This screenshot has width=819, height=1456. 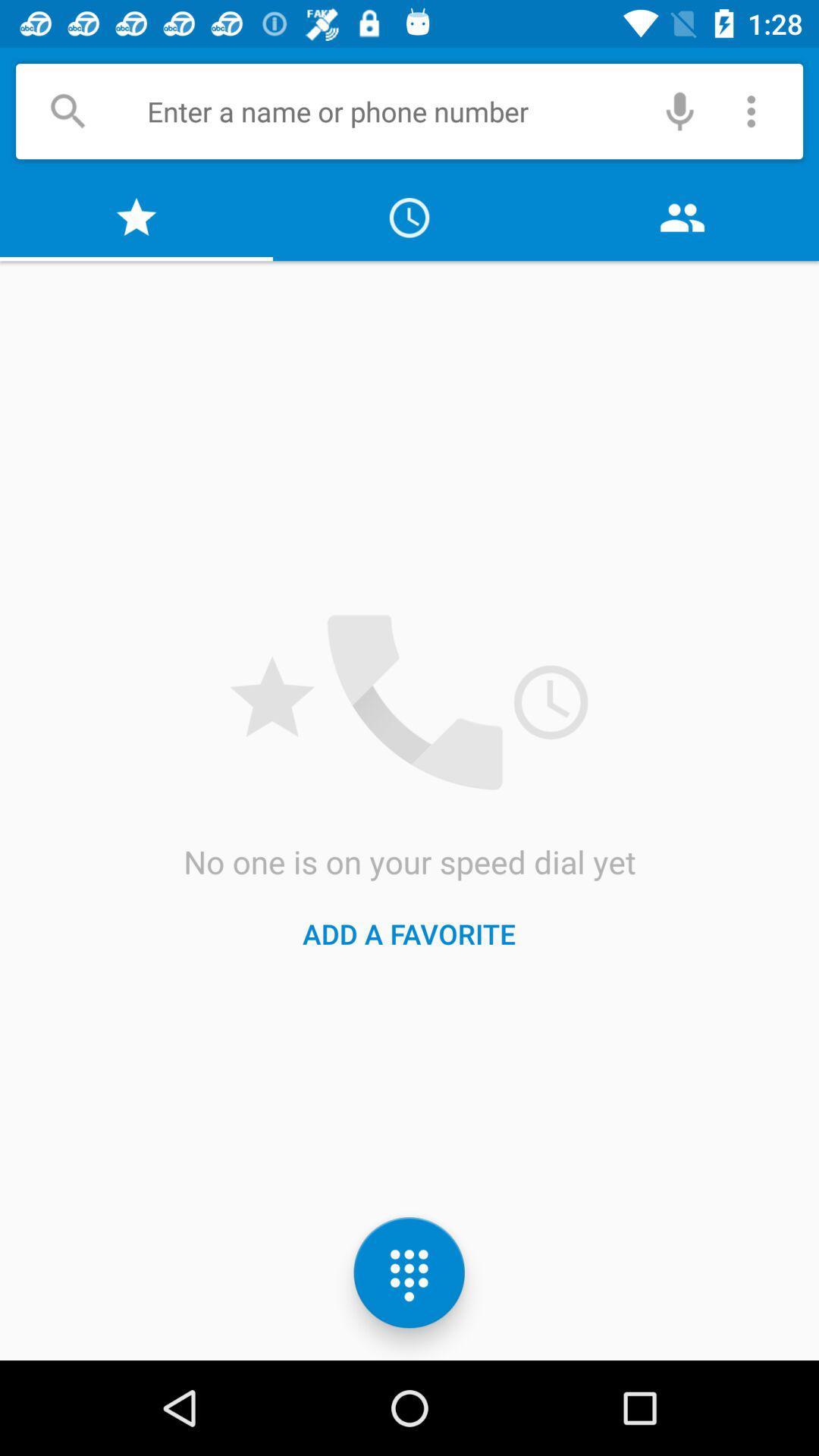 I want to click on the dialpad icon, so click(x=409, y=1272).